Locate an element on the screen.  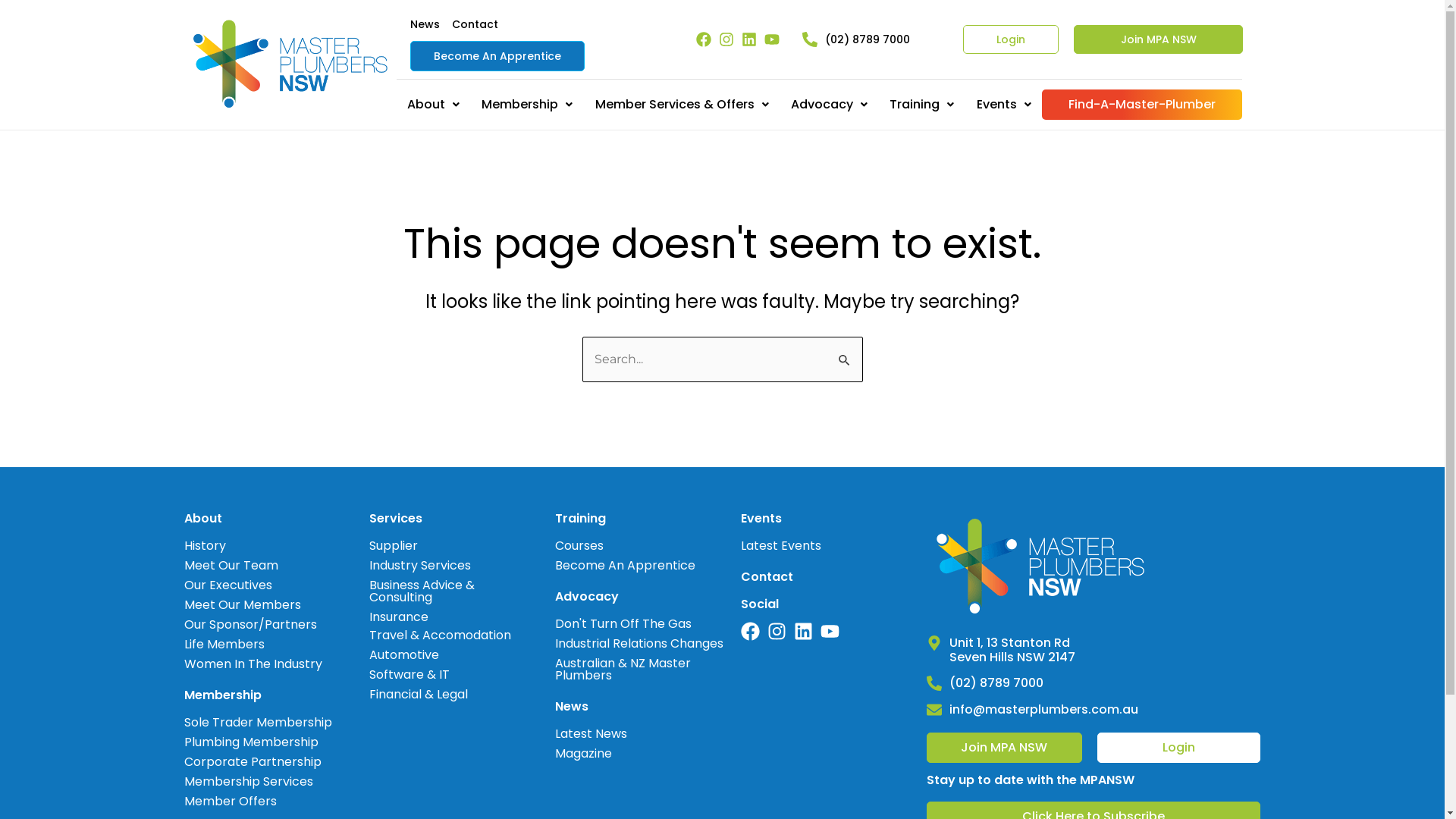
'Member Offers' is located at coordinates (257, 800).